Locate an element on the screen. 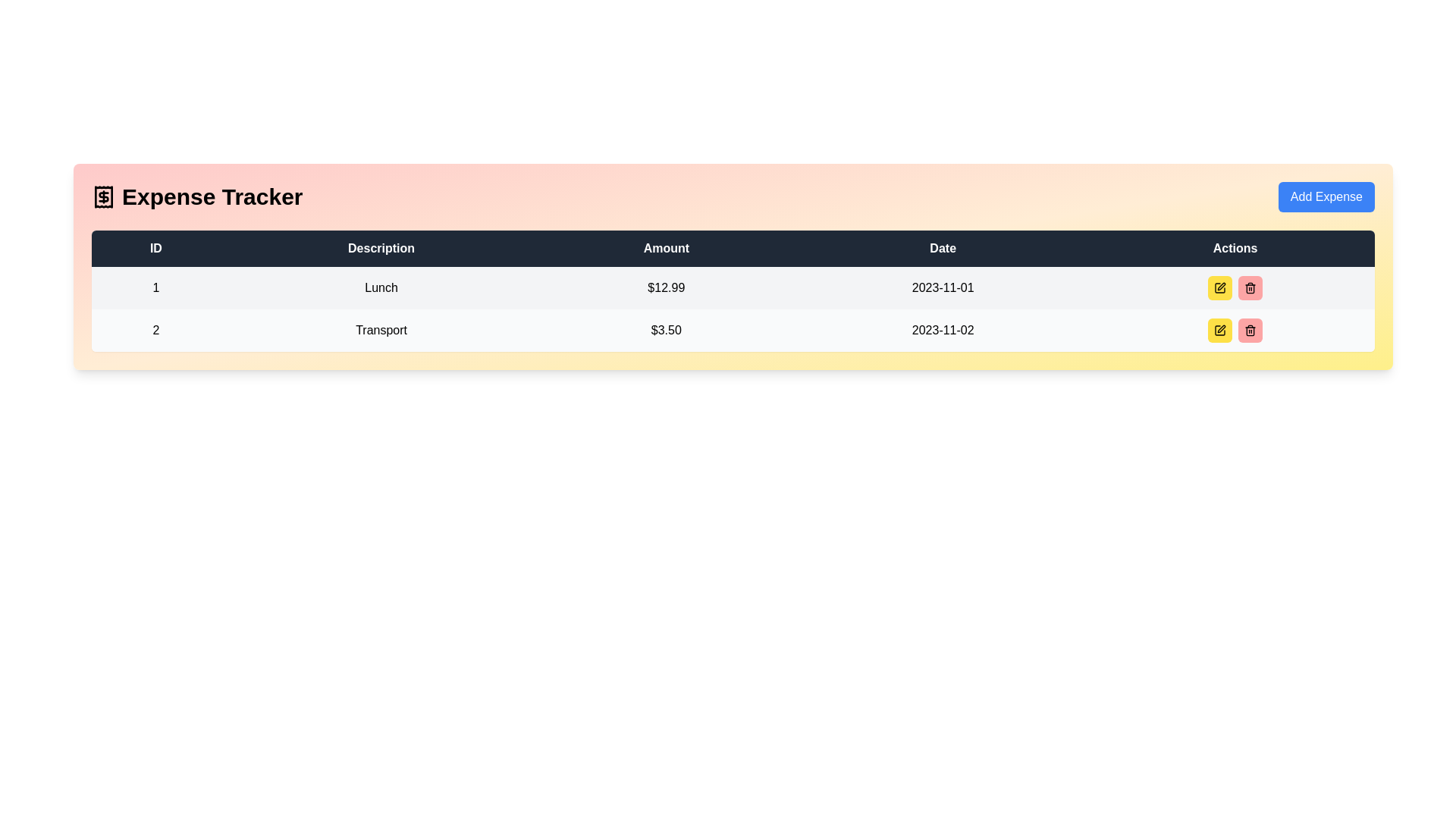 This screenshot has height=819, width=1456. the delete action button located in the last row of the table, positioned to the right of the yellow edit button, to observe its hover effects is located at coordinates (1250, 329).